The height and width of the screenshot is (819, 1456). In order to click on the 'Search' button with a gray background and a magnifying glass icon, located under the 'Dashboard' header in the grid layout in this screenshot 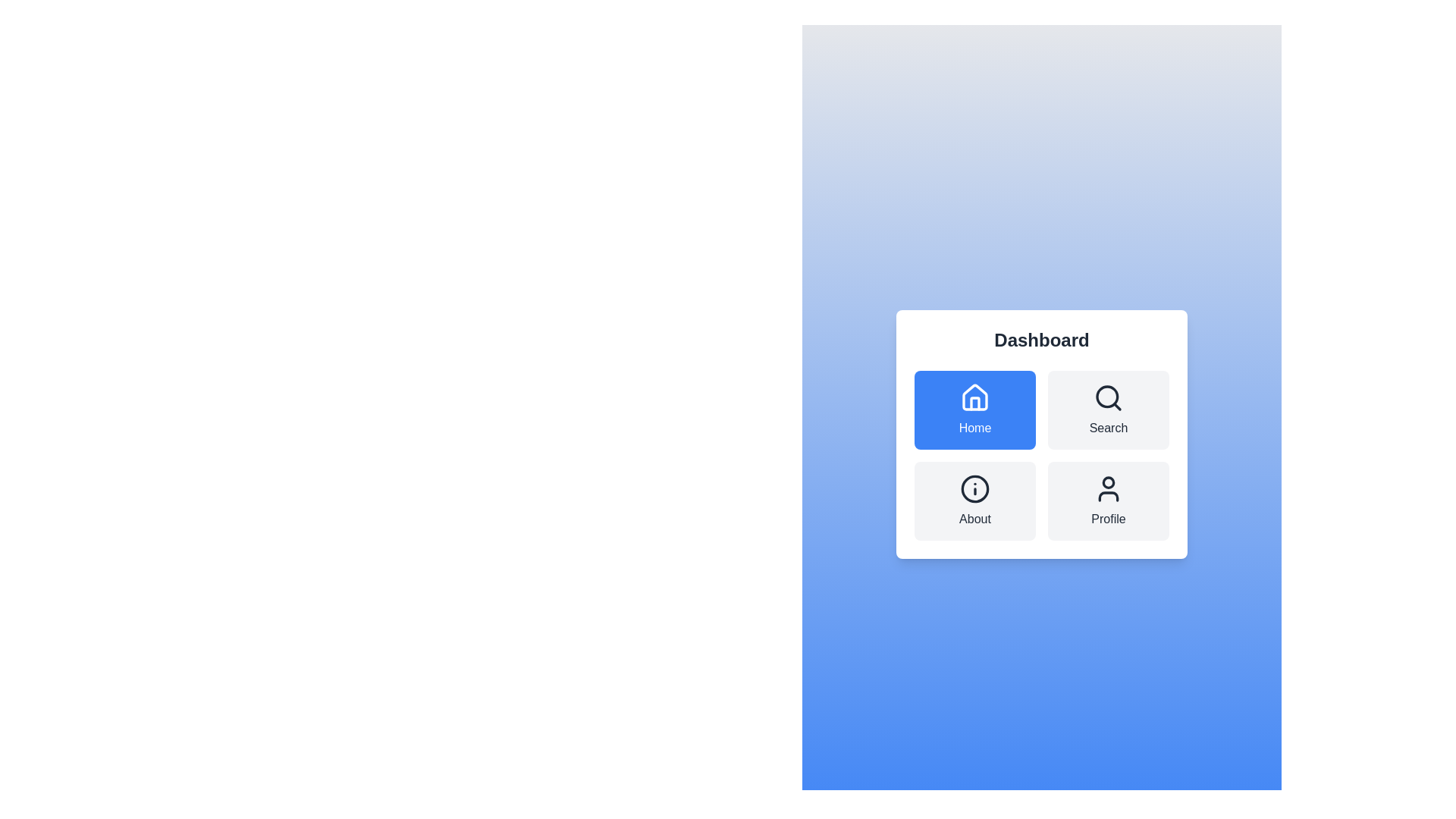, I will do `click(1109, 409)`.